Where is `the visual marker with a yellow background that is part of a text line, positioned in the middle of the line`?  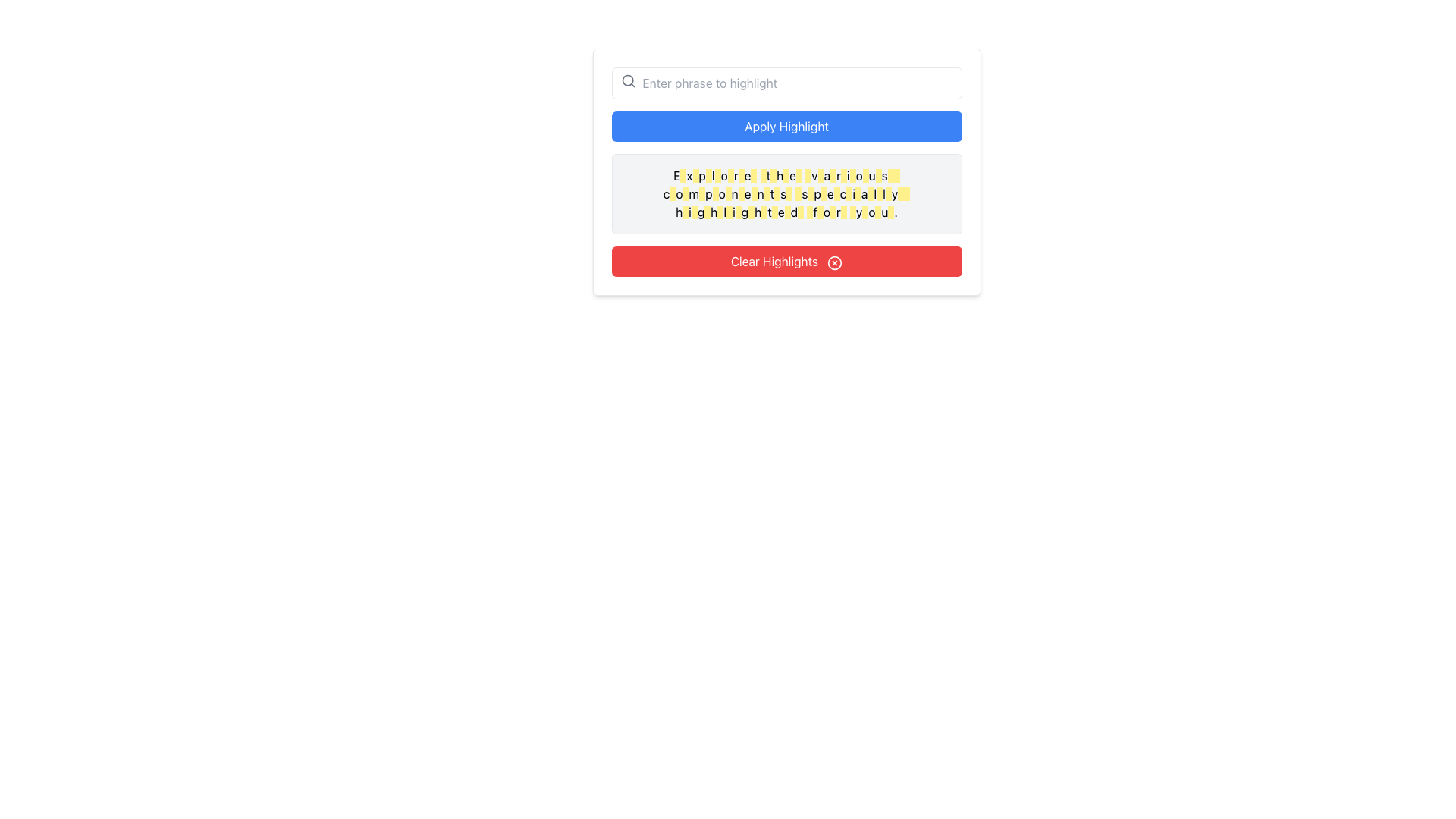
the visual marker with a yellow background that is part of a text line, positioned in the middle of the line is located at coordinates (752, 212).